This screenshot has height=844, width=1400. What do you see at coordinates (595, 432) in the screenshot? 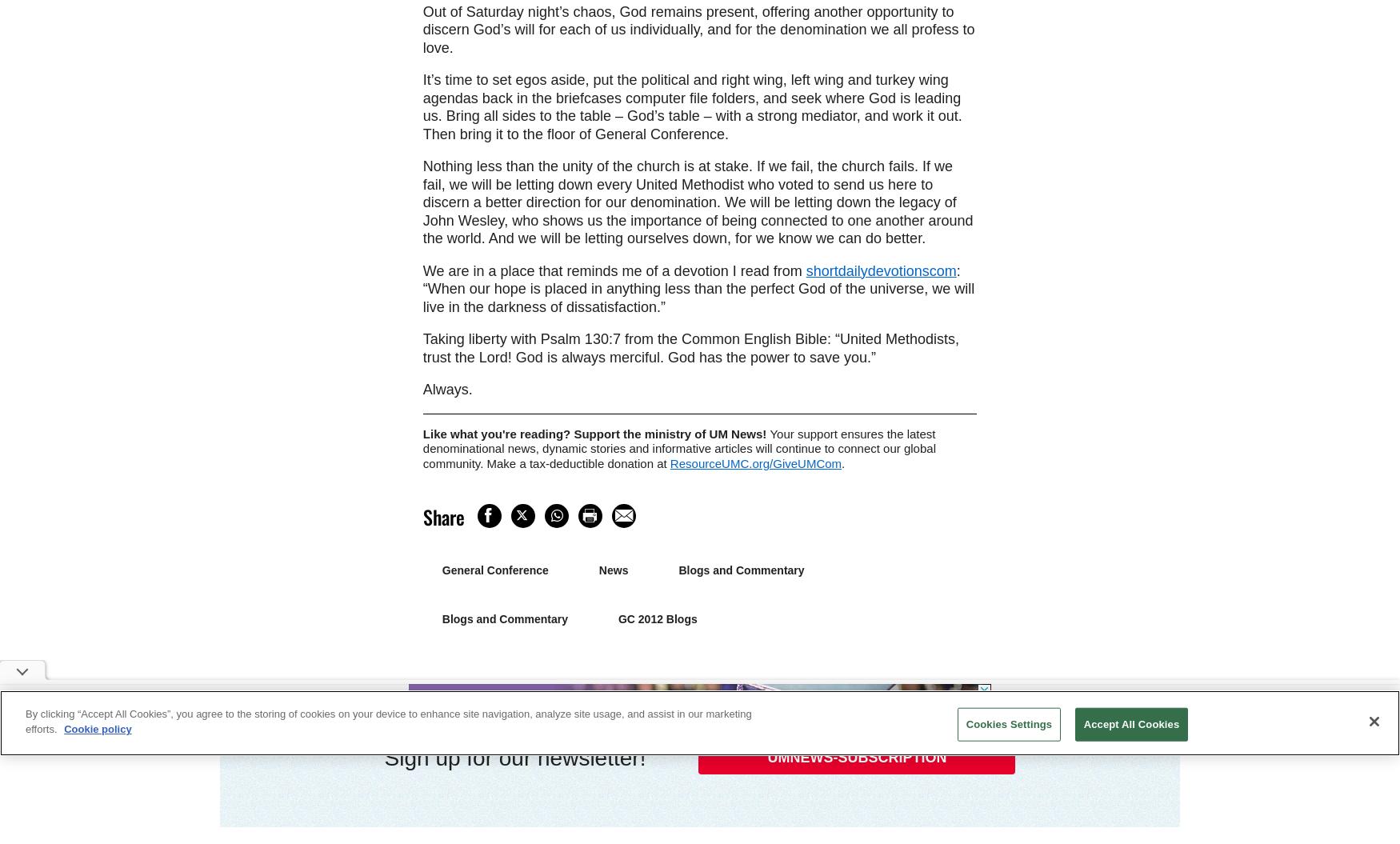
I see `'Like what you're reading? Support the ministry of UM News!'` at bounding box center [595, 432].